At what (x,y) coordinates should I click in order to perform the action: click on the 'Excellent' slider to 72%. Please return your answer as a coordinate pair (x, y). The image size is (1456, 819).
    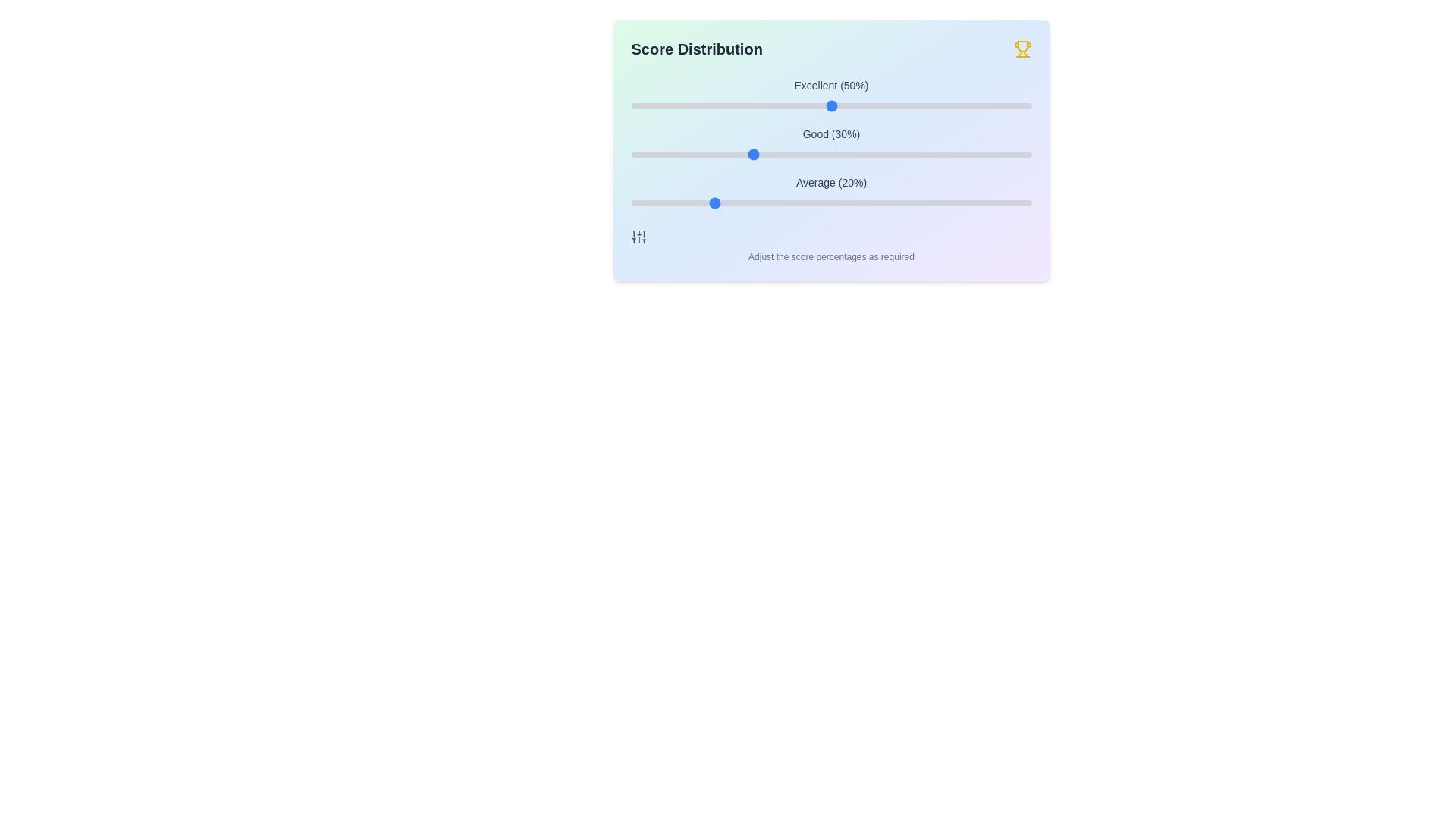
    Looking at the image, I should click on (918, 105).